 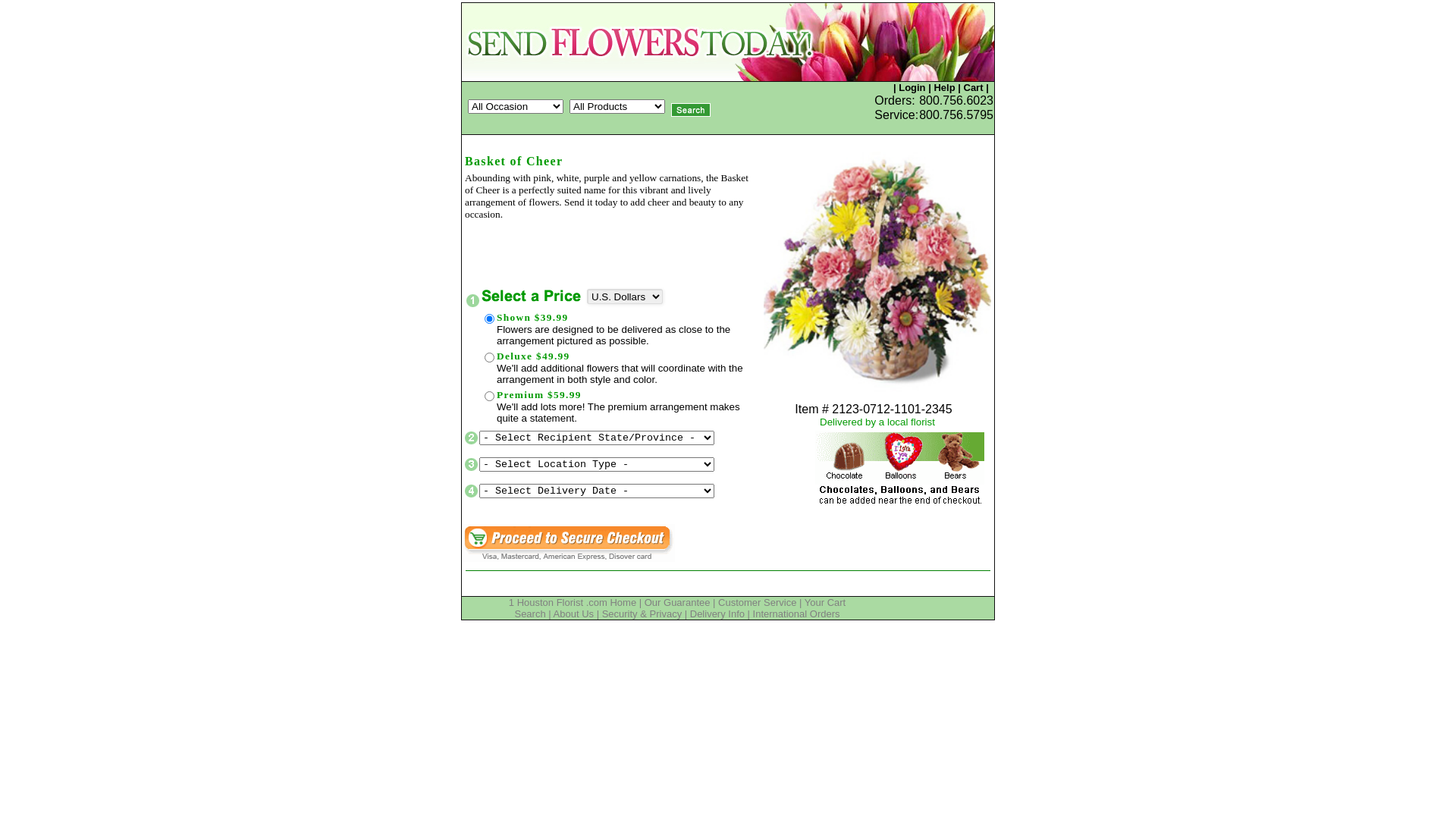 I want to click on '1 Houston Florist .com Home', so click(x=509, y=601).